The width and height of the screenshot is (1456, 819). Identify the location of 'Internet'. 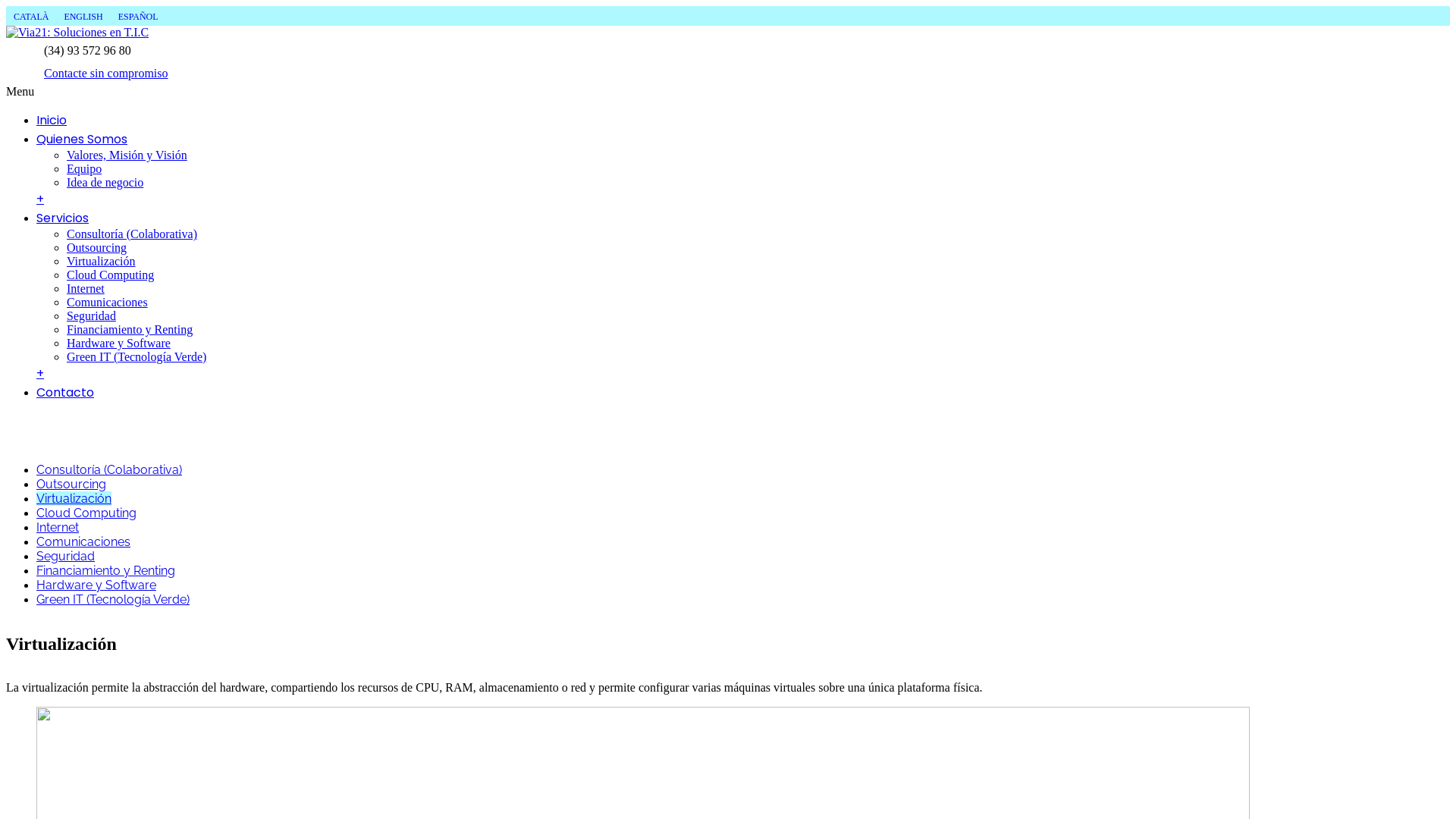
(85, 288).